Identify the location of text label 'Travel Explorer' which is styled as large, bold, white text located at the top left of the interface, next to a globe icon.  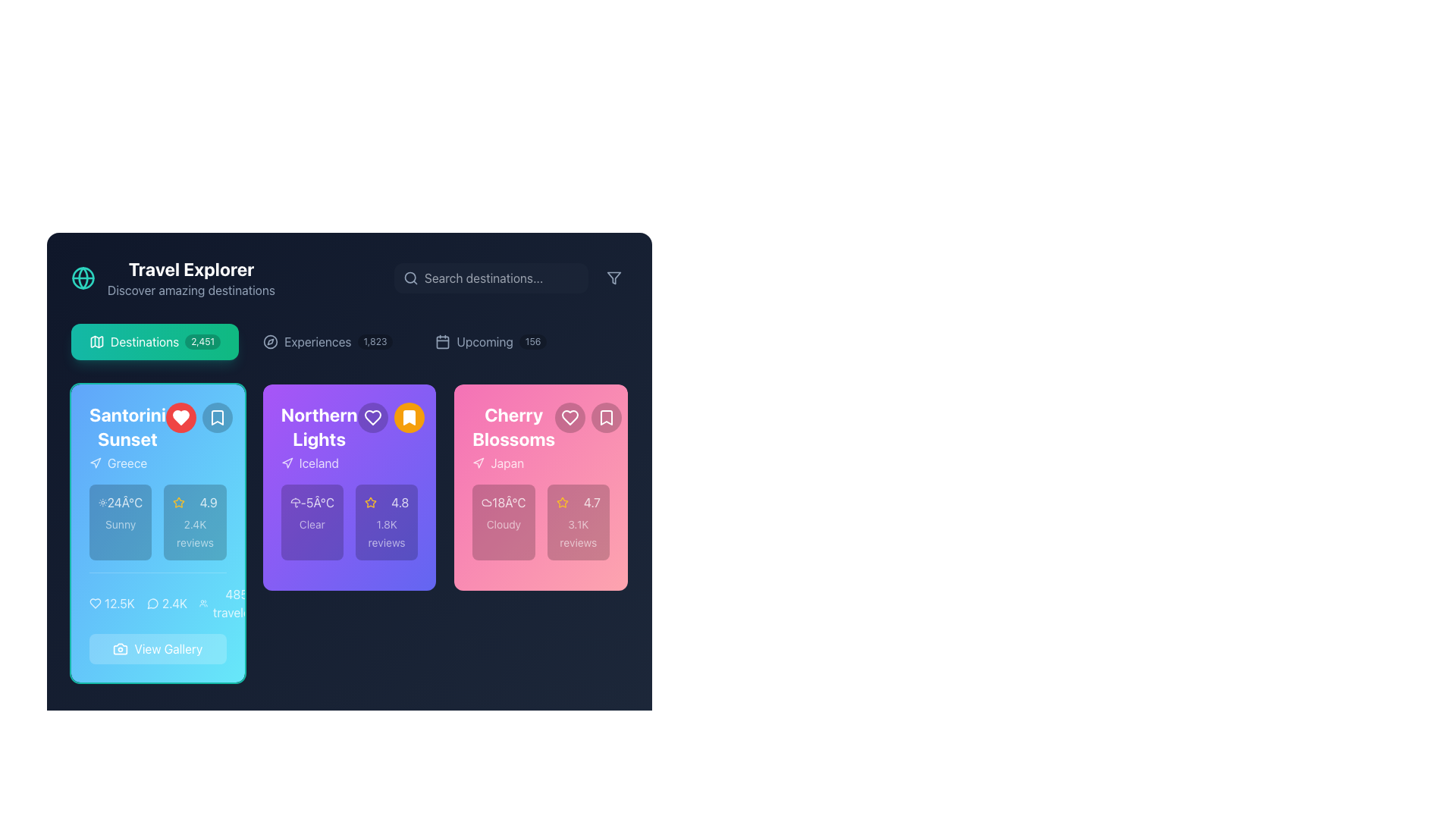
(190, 268).